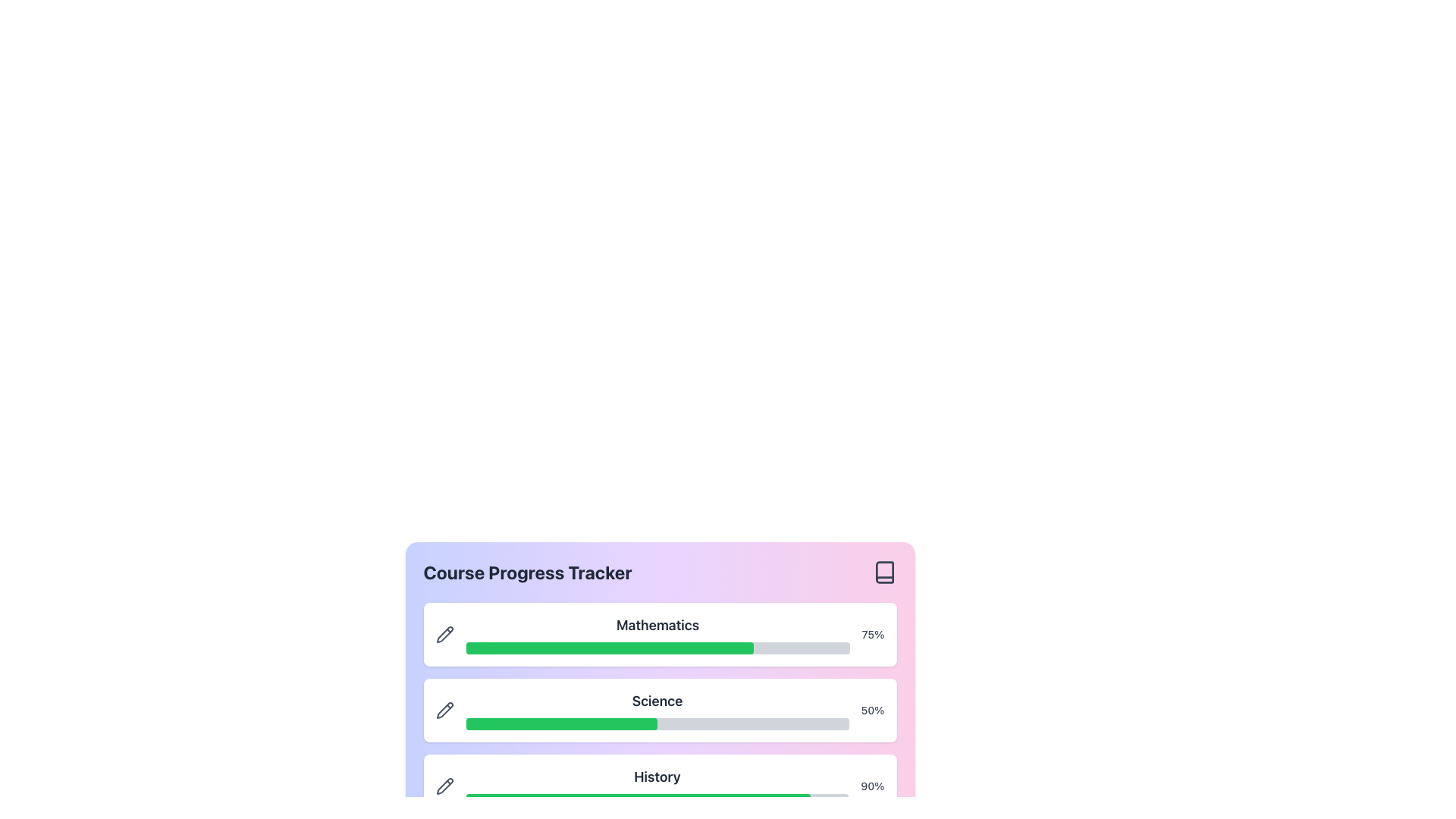 The image size is (1456, 819). I want to click on the green progress bar in the 'Course Progress Tracker' section under the 'Mathematics' heading, which visually represents a 75% completion, so click(610, 648).